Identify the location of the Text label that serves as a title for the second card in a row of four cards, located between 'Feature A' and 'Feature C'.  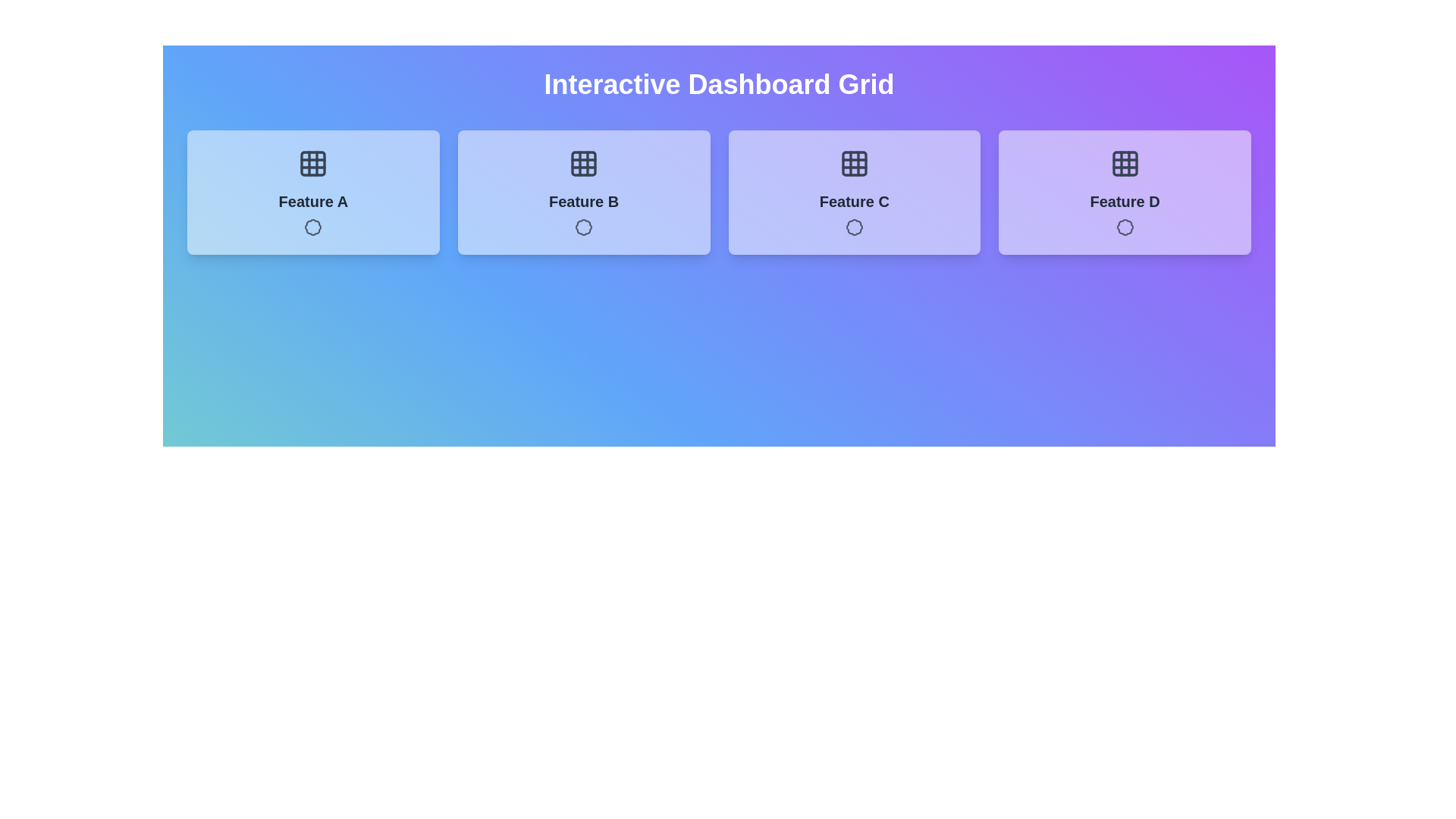
(583, 201).